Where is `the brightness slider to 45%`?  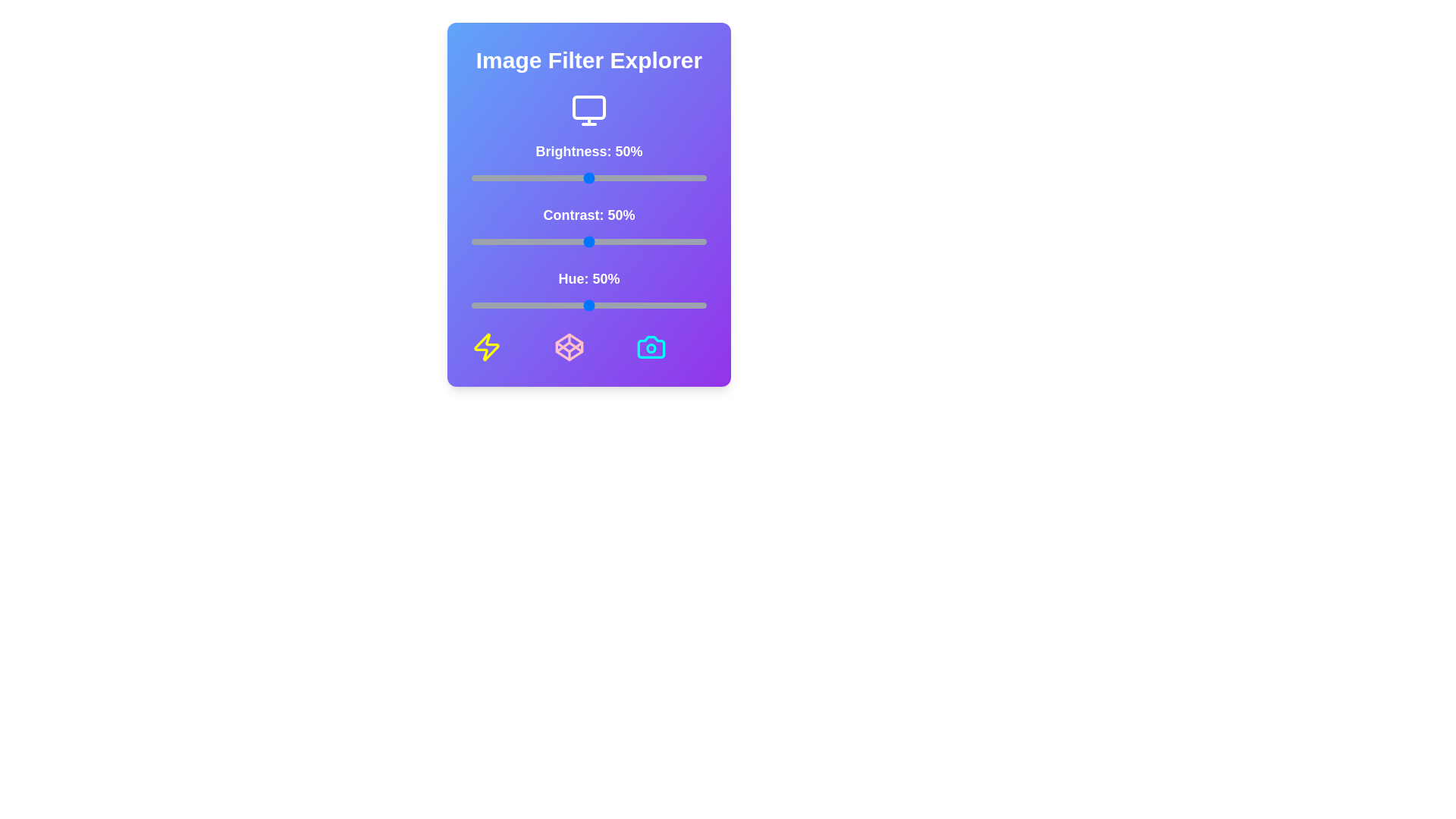
the brightness slider to 45% is located at coordinates (576, 177).